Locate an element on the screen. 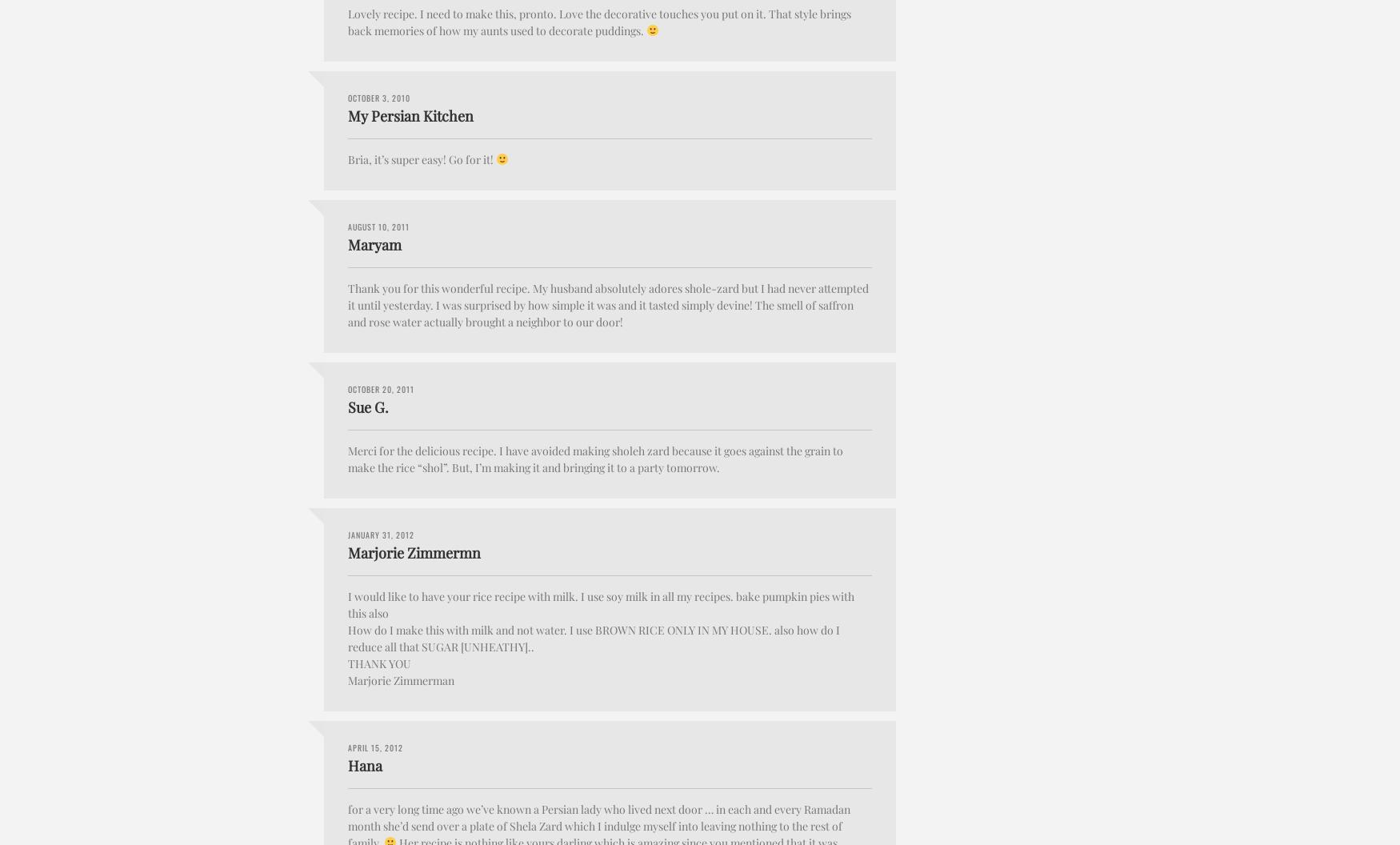 This screenshot has width=1400, height=845. 'January 31, 2012' is located at coordinates (381, 534).